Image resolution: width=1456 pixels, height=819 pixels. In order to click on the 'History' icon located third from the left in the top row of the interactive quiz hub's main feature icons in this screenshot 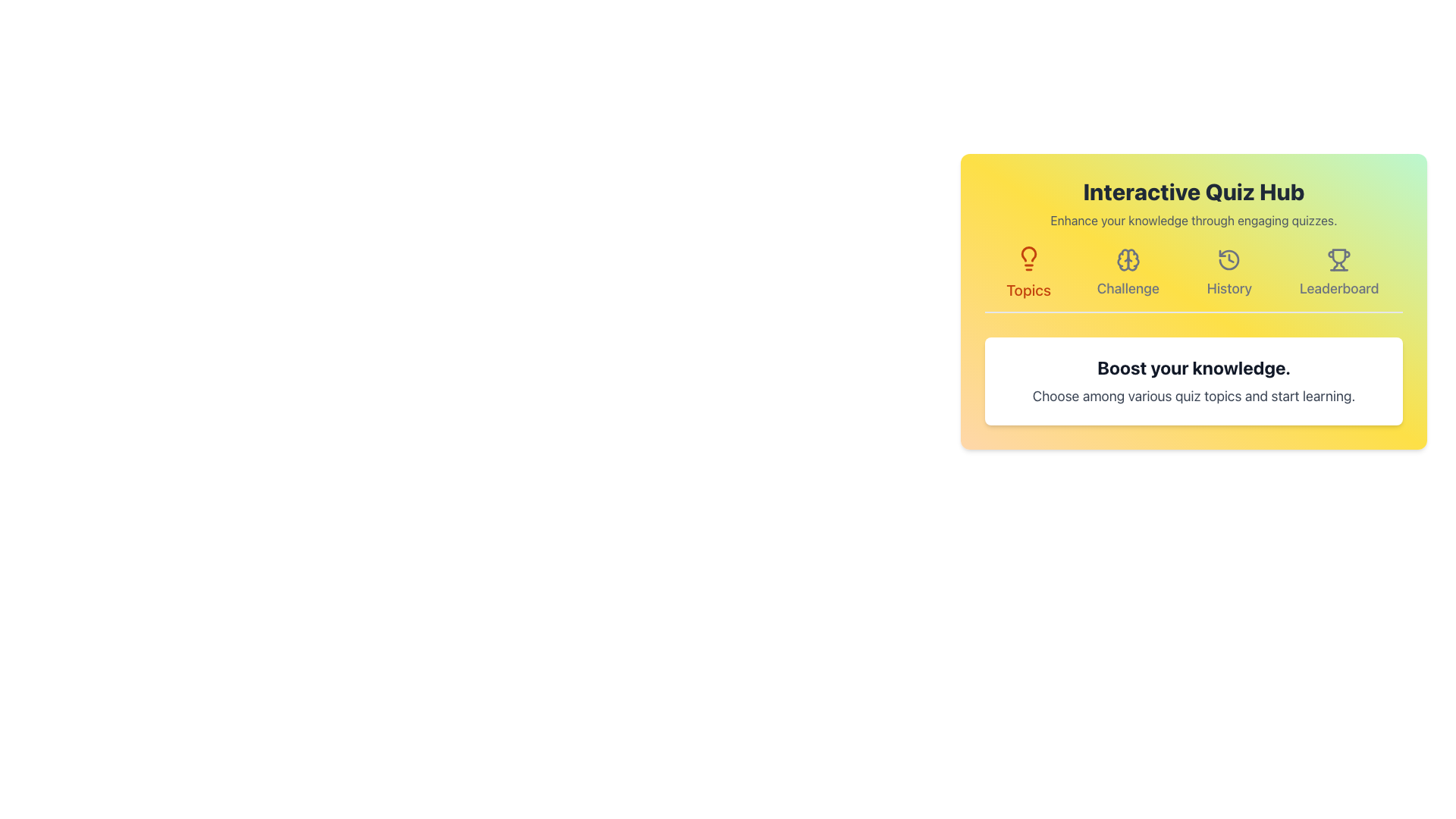, I will do `click(1229, 259)`.